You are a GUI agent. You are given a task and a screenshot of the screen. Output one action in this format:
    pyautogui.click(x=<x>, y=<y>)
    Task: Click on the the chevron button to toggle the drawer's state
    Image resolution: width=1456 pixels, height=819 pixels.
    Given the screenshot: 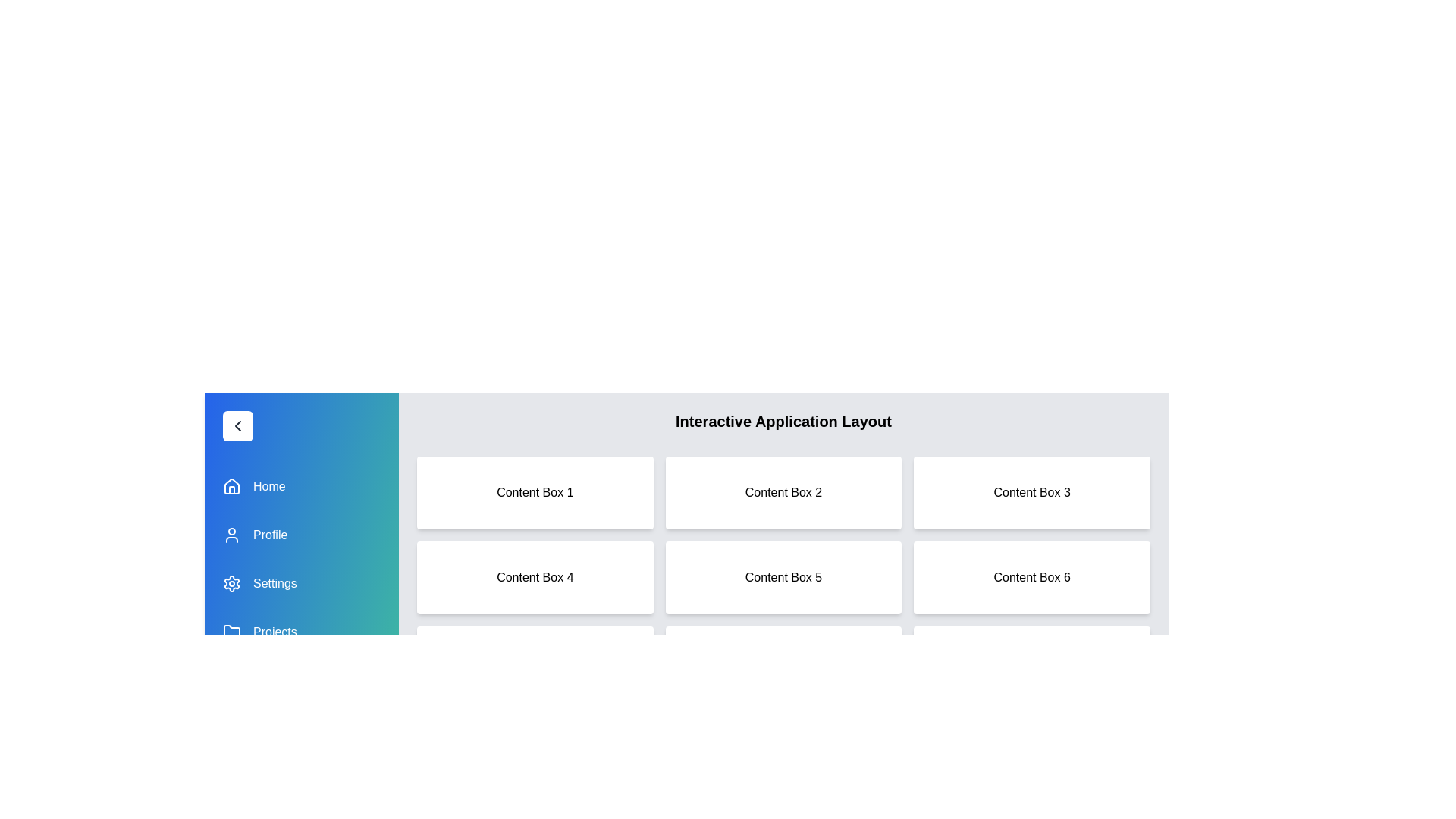 What is the action you would take?
    pyautogui.click(x=237, y=426)
    